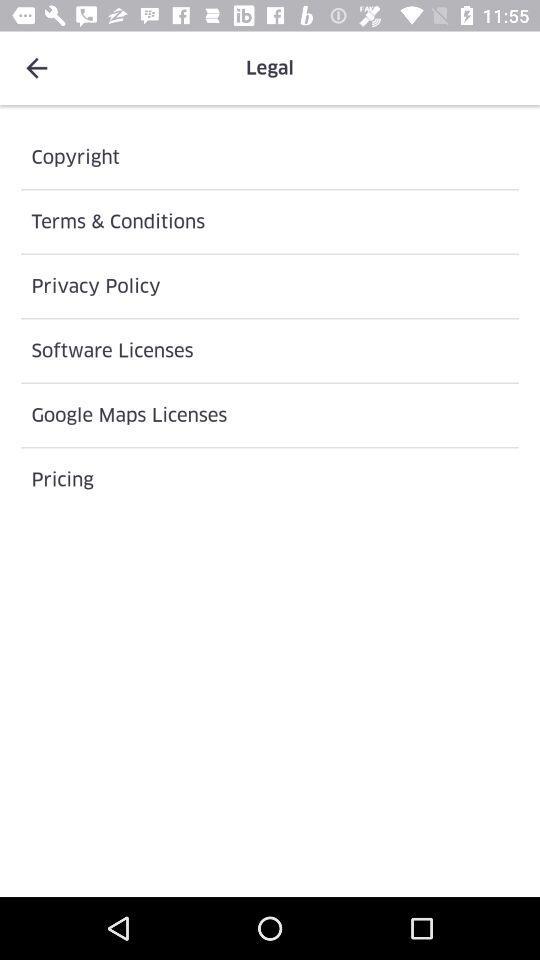 This screenshot has height=960, width=540. What do you see at coordinates (270, 285) in the screenshot?
I see `the privacy policy` at bounding box center [270, 285].